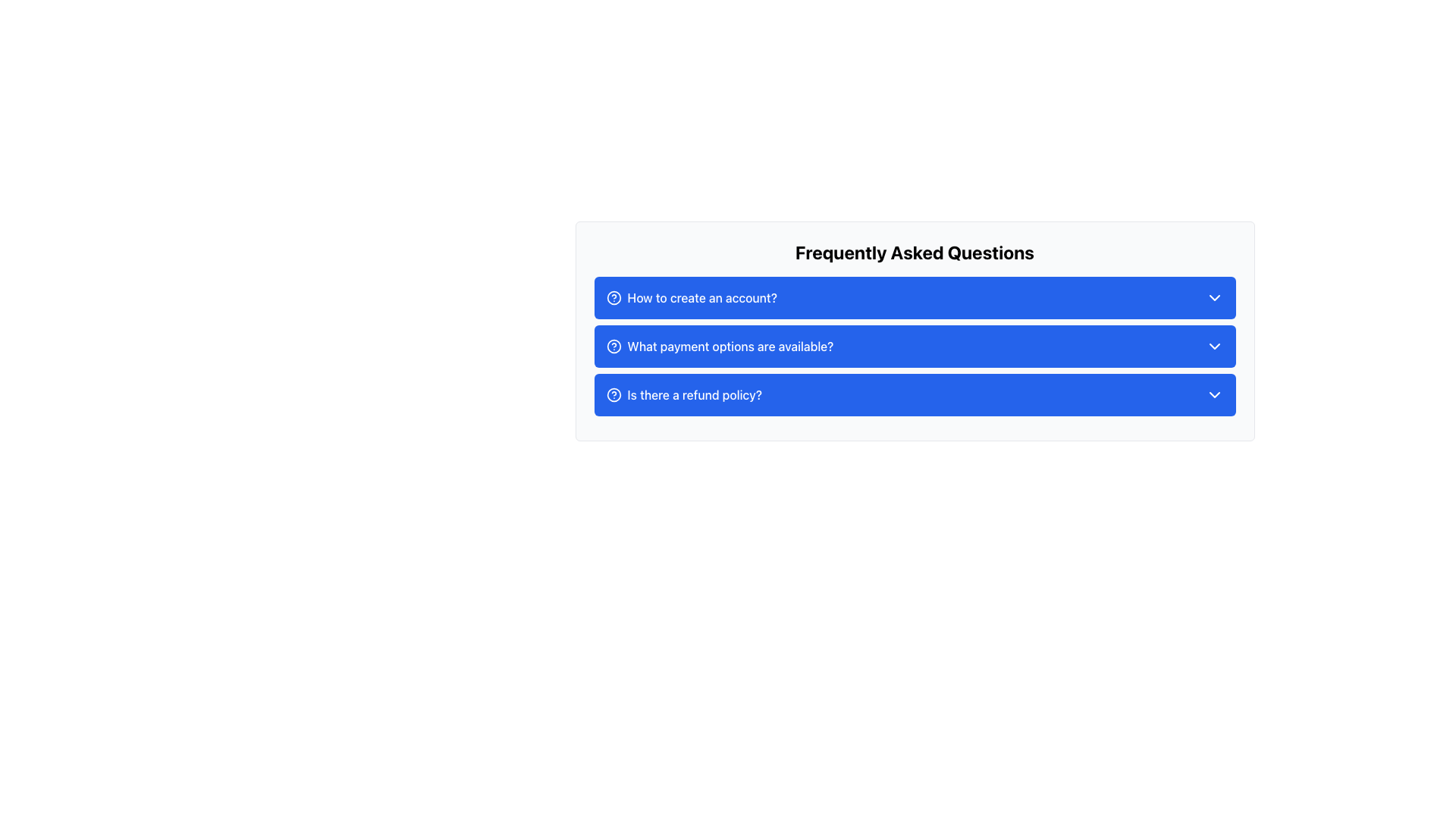  What do you see at coordinates (691, 298) in the screenshot?
I see `the text element that reads 'How to create an account?' which is accompanied by a question mark icon` at bounding box center [691, 298].